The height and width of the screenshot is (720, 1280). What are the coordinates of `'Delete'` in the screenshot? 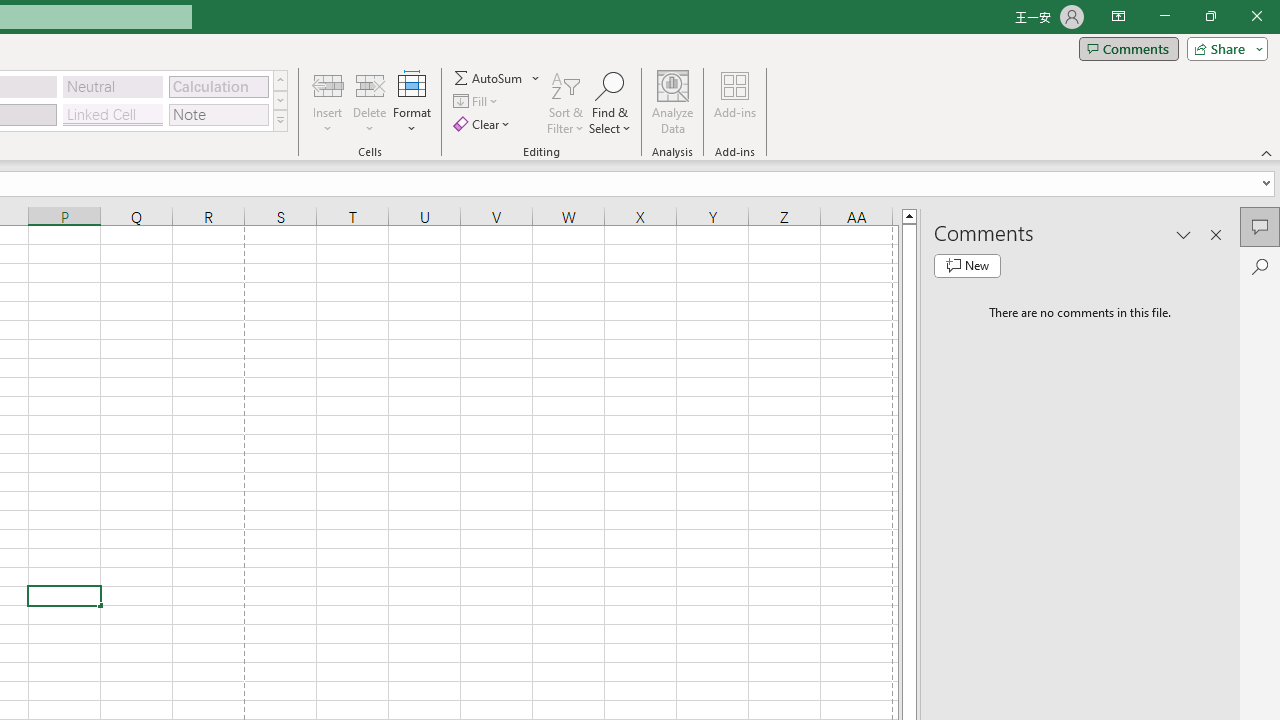 It's located at (369, 103).